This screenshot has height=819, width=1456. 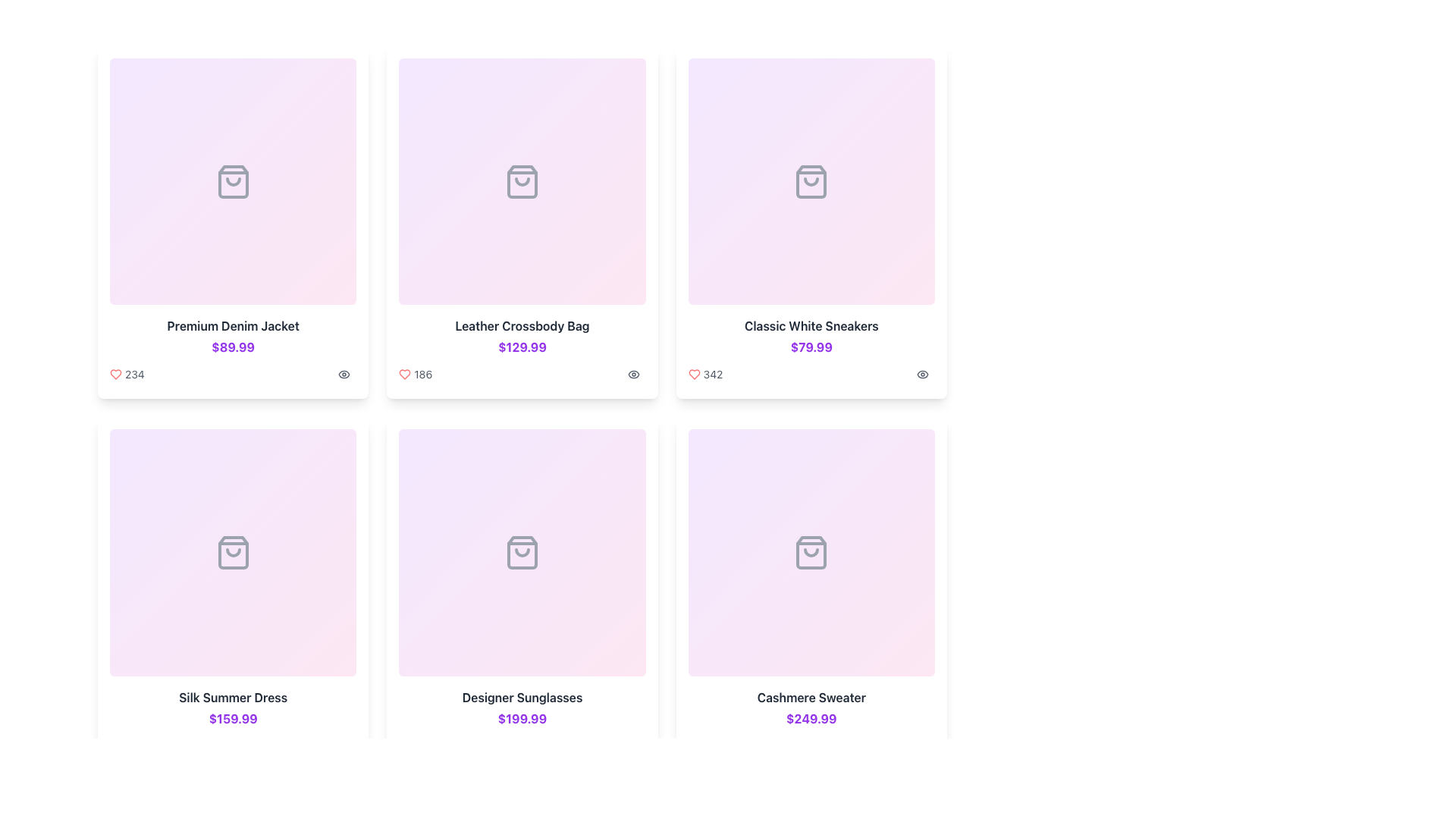 What do you see at coordinates (522, 180) in the screenshot?
I see `the curved line component of the shopping bag icon which is part of the 'Leather Crossbody Bag' section` at bounding box center [522, 180].